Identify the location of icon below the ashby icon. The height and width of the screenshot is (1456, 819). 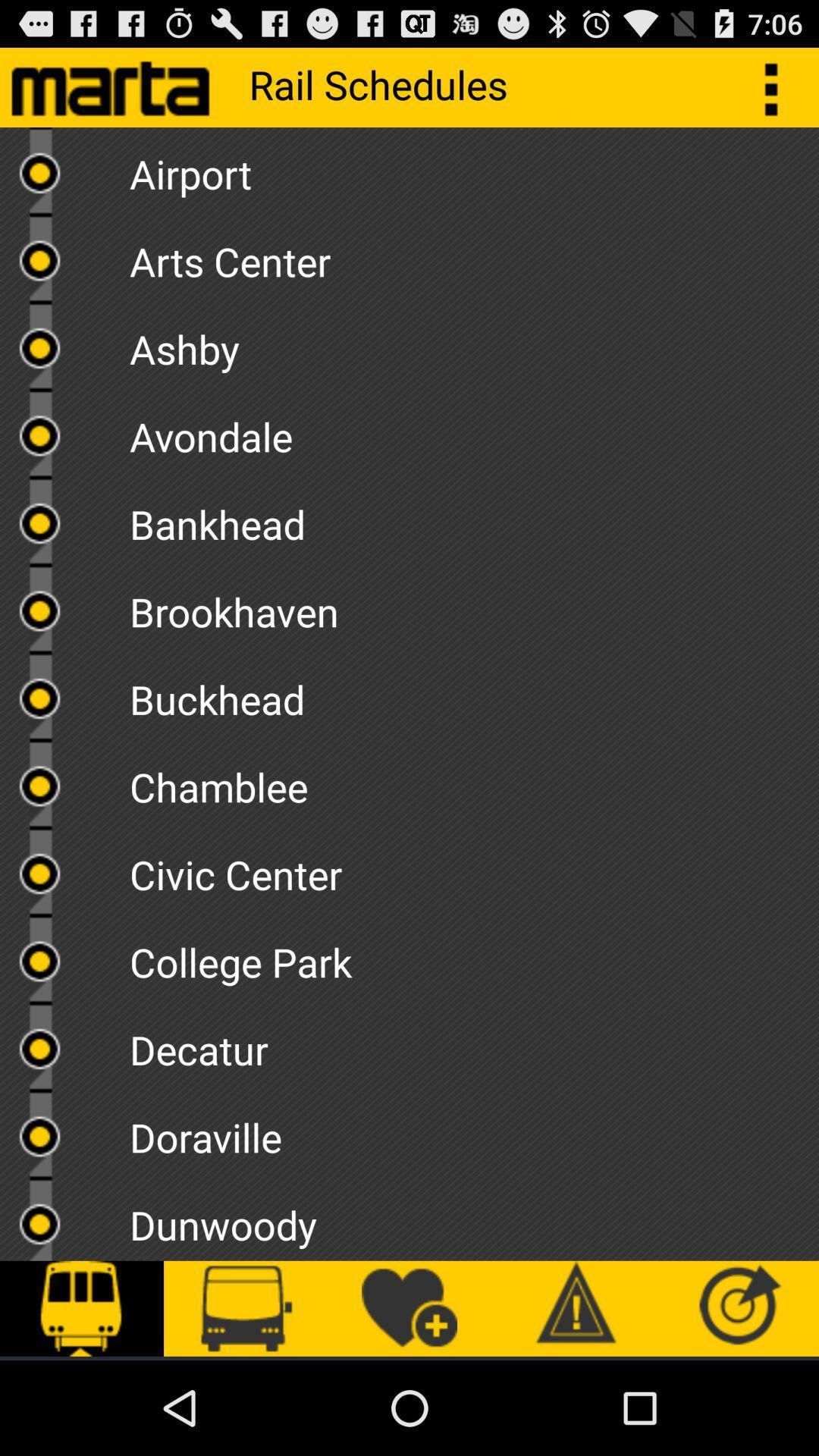
(473, 431).